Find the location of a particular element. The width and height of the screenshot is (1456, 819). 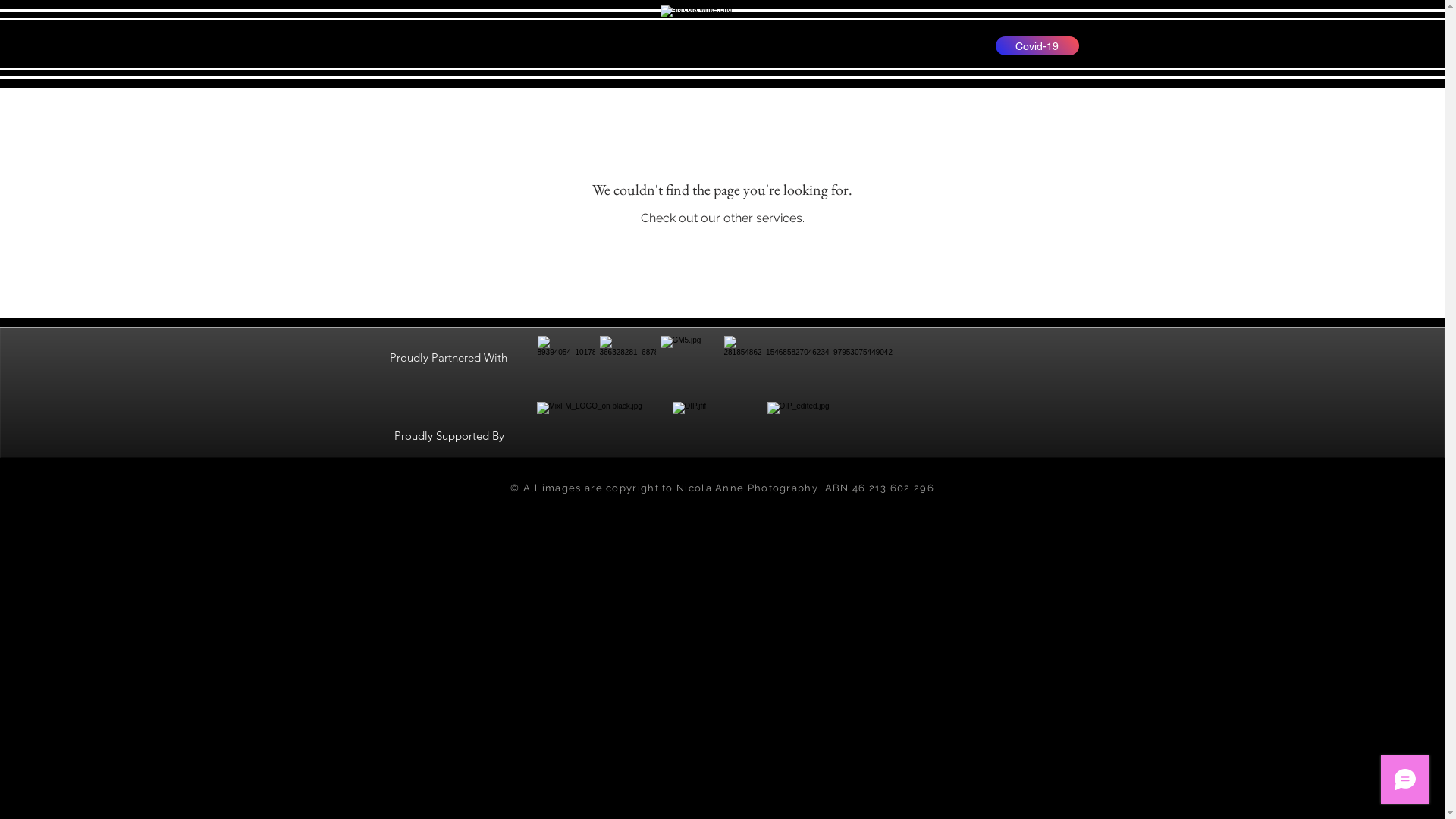

'Site Search' is located at coordinates (411, 45).